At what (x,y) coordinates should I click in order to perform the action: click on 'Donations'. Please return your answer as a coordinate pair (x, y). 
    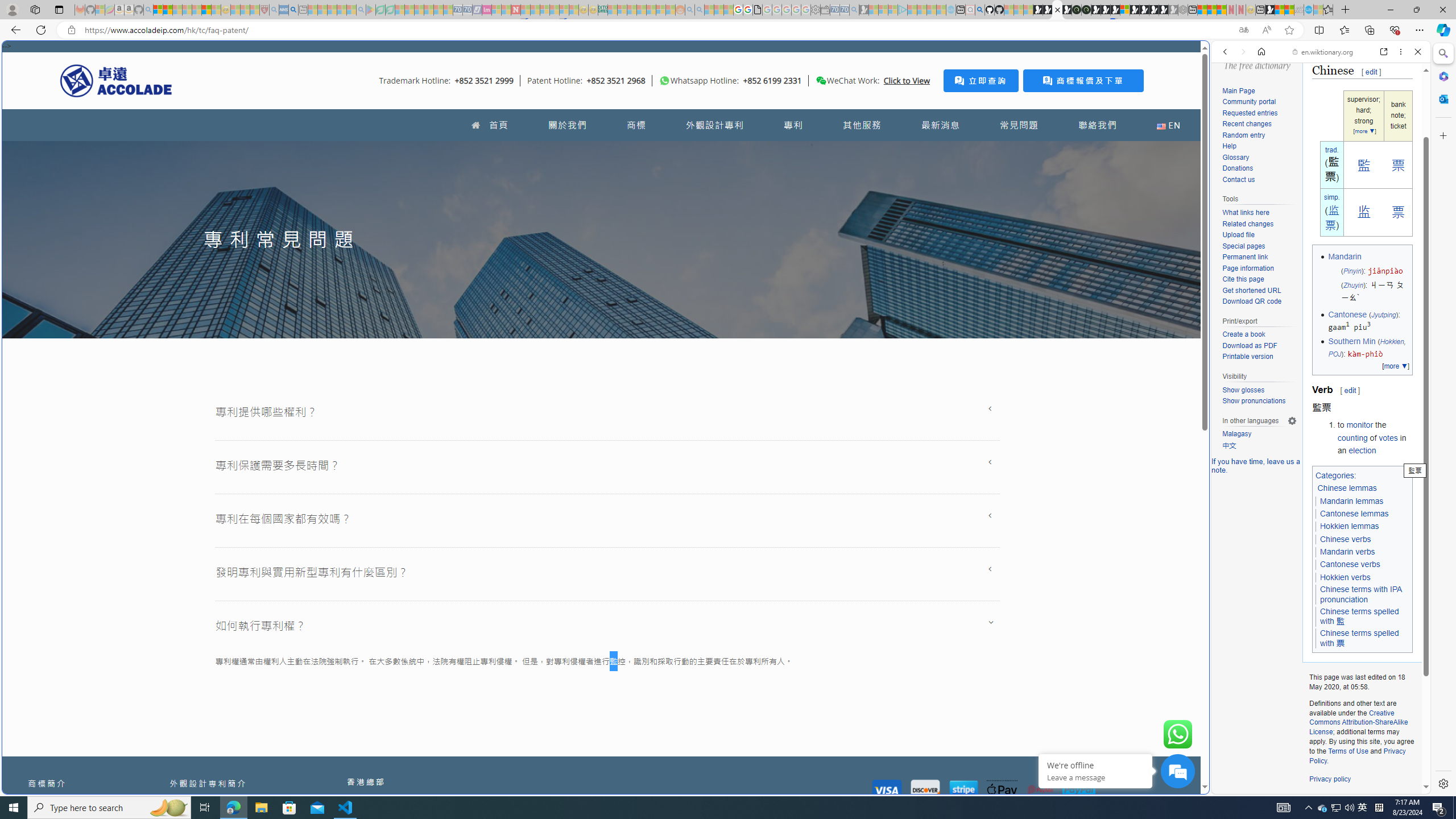
    Looking at the image, I should click on (1238, 168).